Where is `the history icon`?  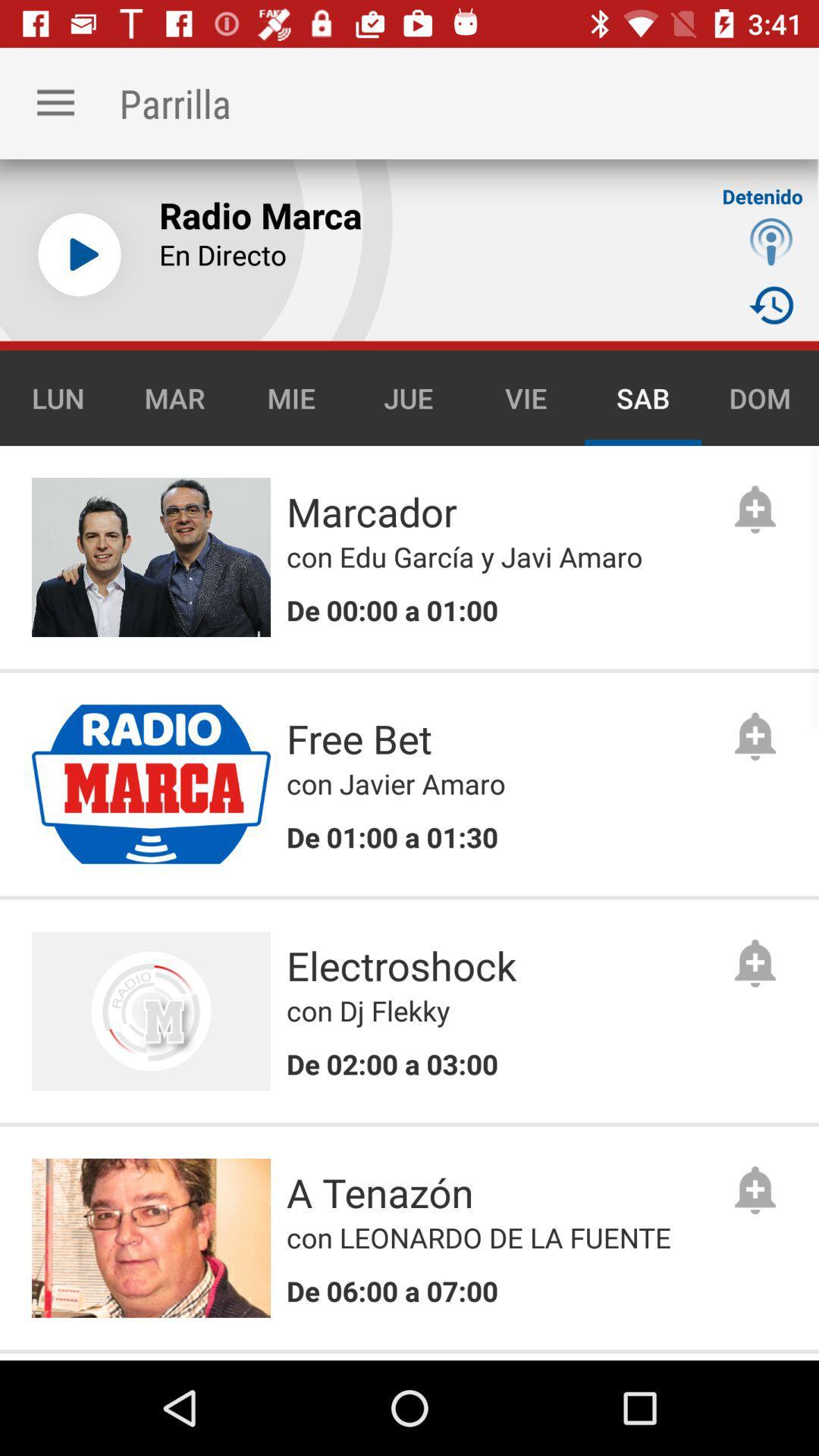
the history icon is located at coordinates (771, 304).